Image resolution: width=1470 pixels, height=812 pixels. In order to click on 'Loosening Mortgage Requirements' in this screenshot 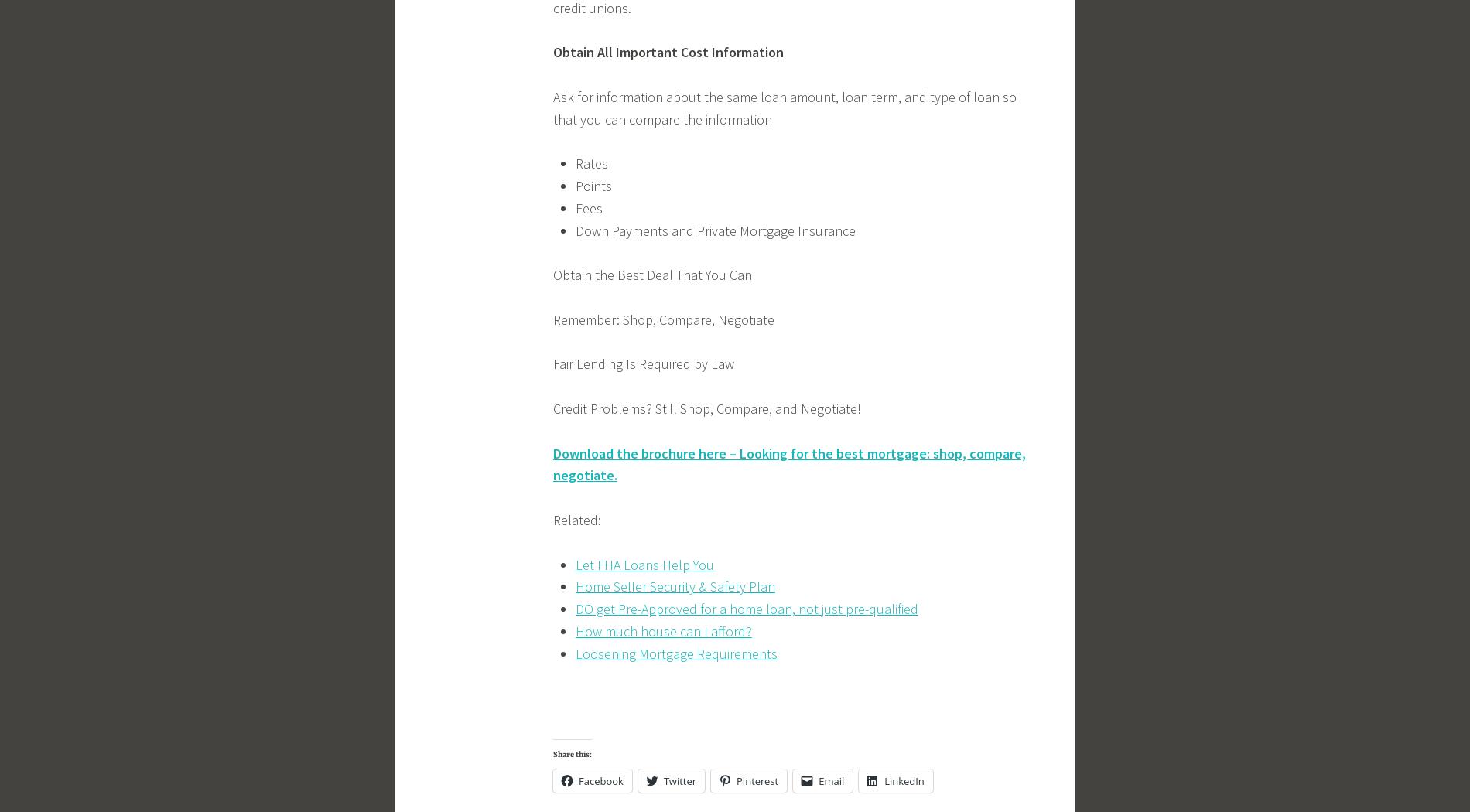, I will do `click(675, 653)`.